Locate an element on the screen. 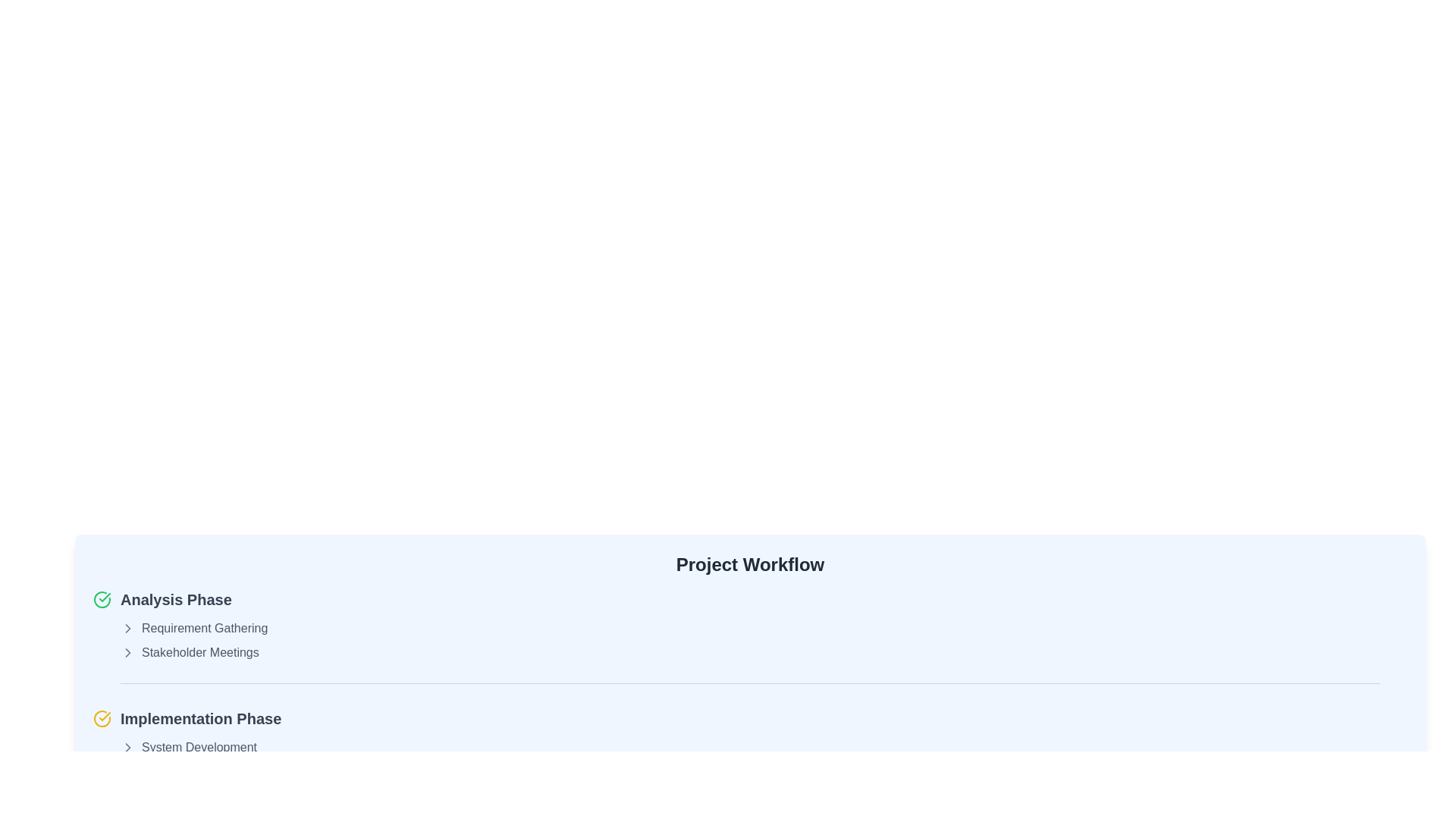  the chevron icon, which is a minimalist arrow-shaped icon pointing to the right, located in the lower section of the interface is located at coordinates (127, 747).